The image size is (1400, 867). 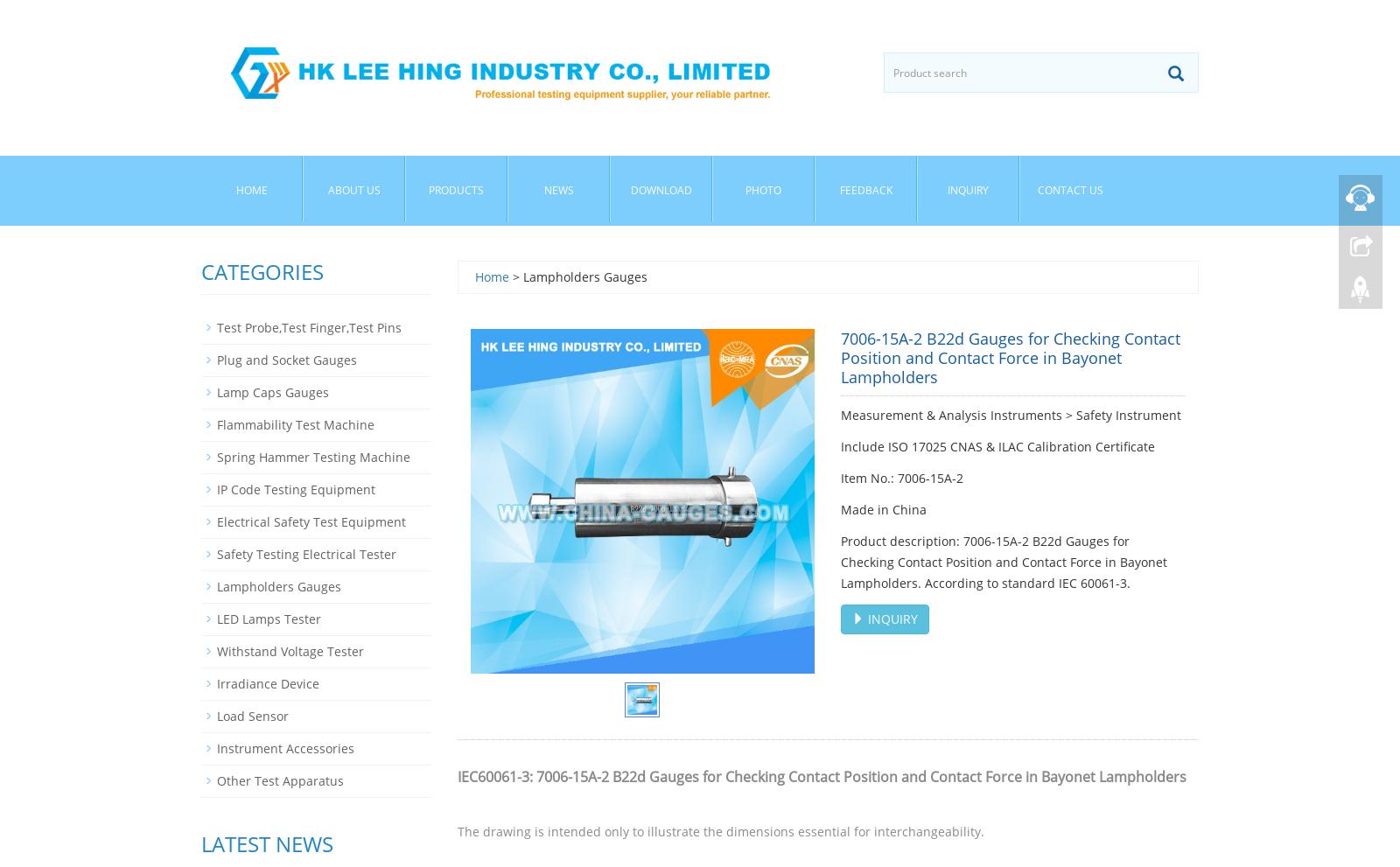 What do you see at coordinates (1069, 189) in the screenshot?
I see `'Contact Us'` at bounding box center [1069, 189].